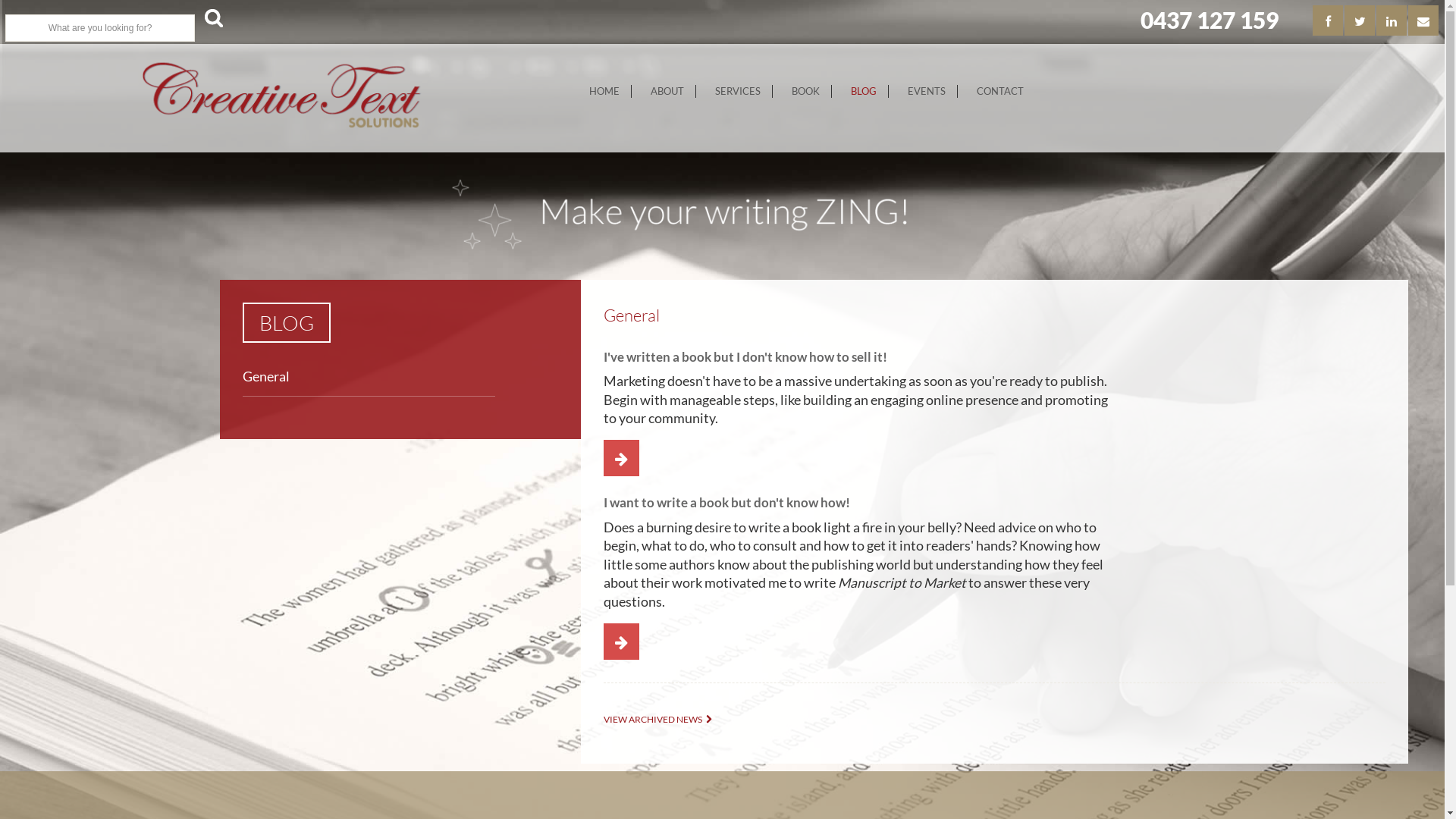 This screenshot has height=819, width=1456. What do you see at coordinates (726, 502) in the screenshot?
I see `'I want to write a book but don't know how!'` at bounding box center [726, 502].